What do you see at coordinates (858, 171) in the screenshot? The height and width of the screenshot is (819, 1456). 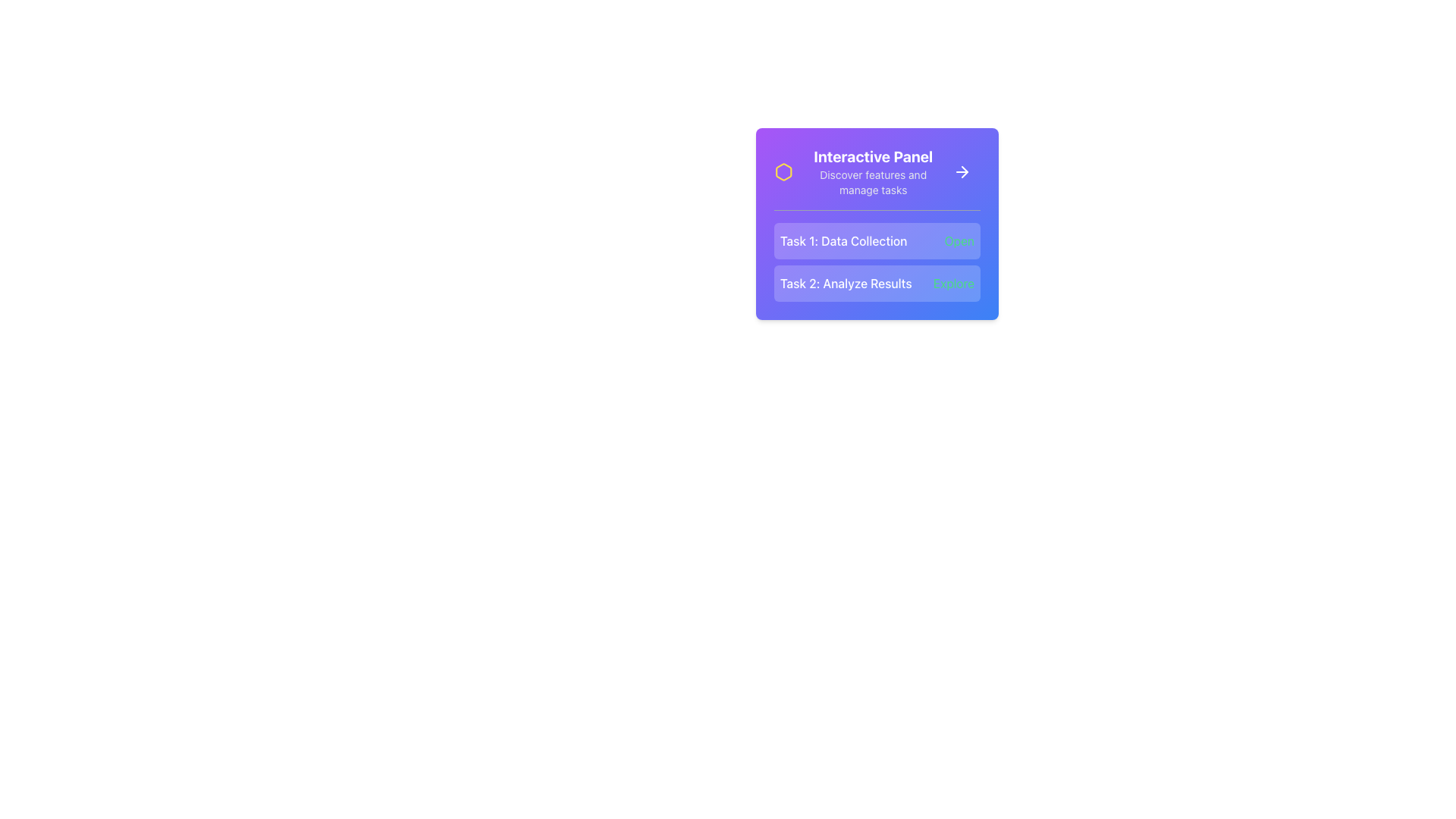 I see `the section header located in the top section of the purple gradient box, which is left-aligned and adjacent to the yellow hexagonal icon` at bounding box center [858, 171].